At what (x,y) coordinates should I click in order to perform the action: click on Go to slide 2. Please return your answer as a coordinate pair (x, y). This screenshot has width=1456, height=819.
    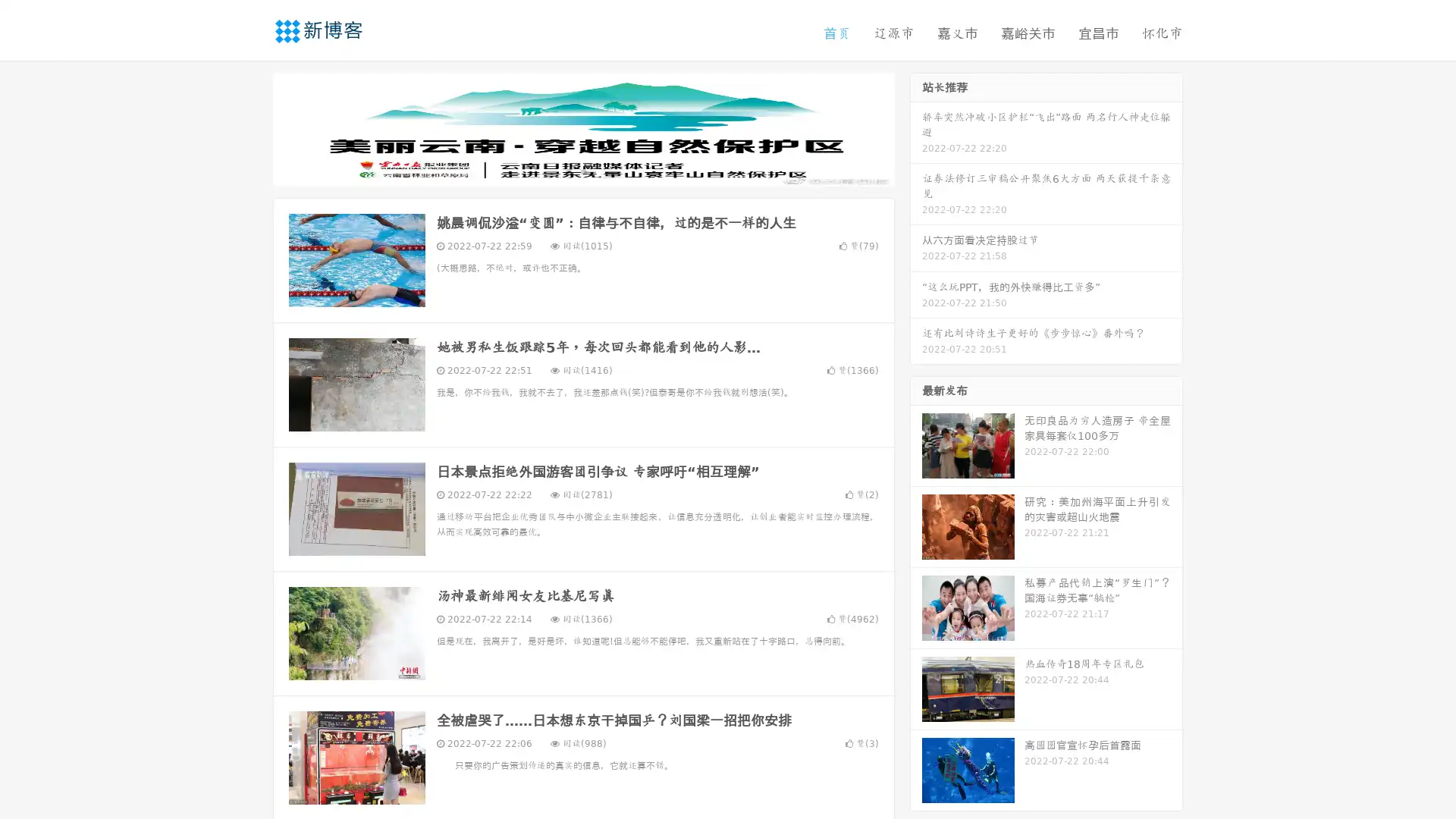
    Looking at the image, I should click on (582, 171).